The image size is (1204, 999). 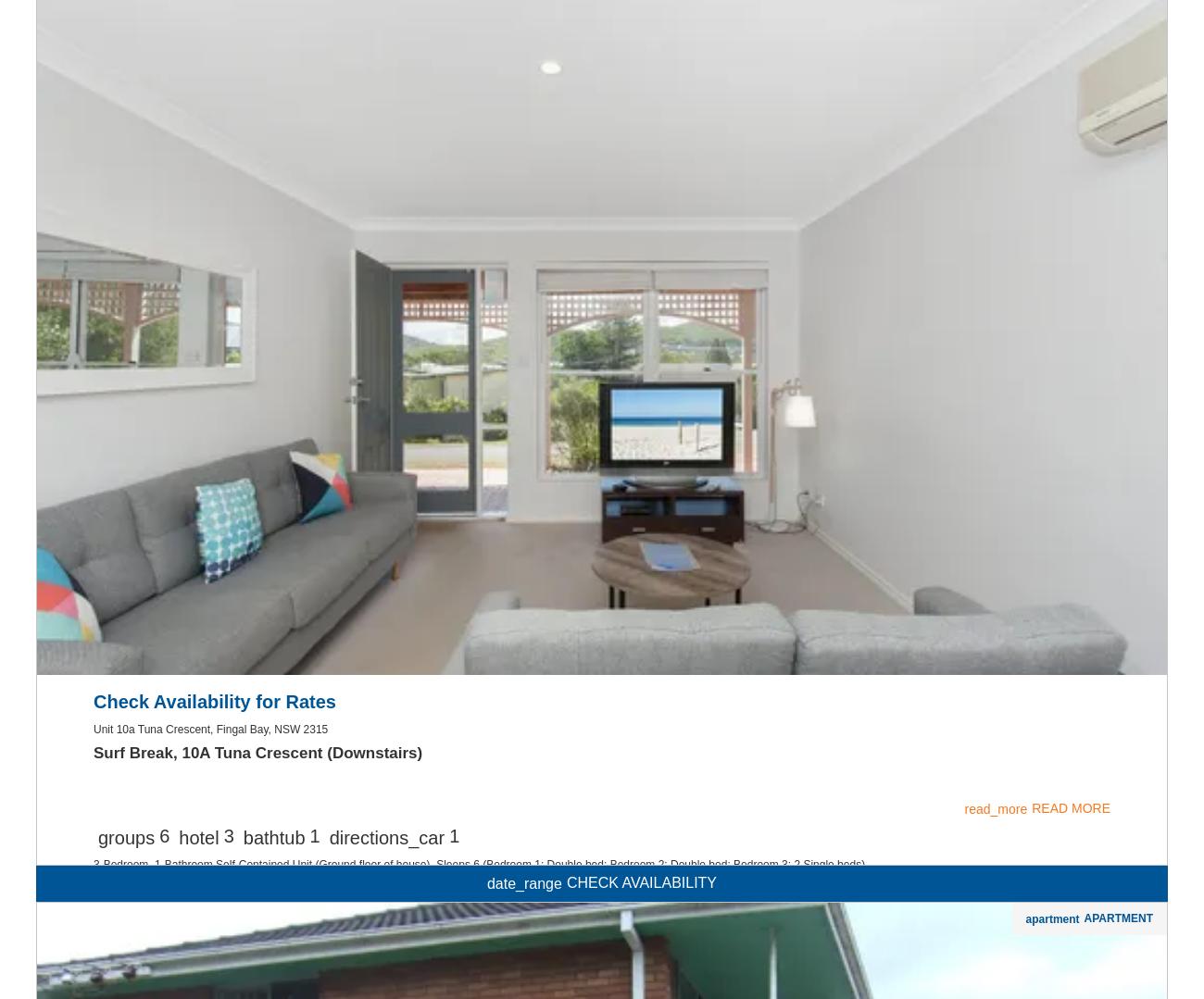 What do you see at coordinates (206, 967) in the screenshot?
I see `'2/10 Ocean Parade, Boat Harbour, NSW 2316'` at bounding box center [206, 967].